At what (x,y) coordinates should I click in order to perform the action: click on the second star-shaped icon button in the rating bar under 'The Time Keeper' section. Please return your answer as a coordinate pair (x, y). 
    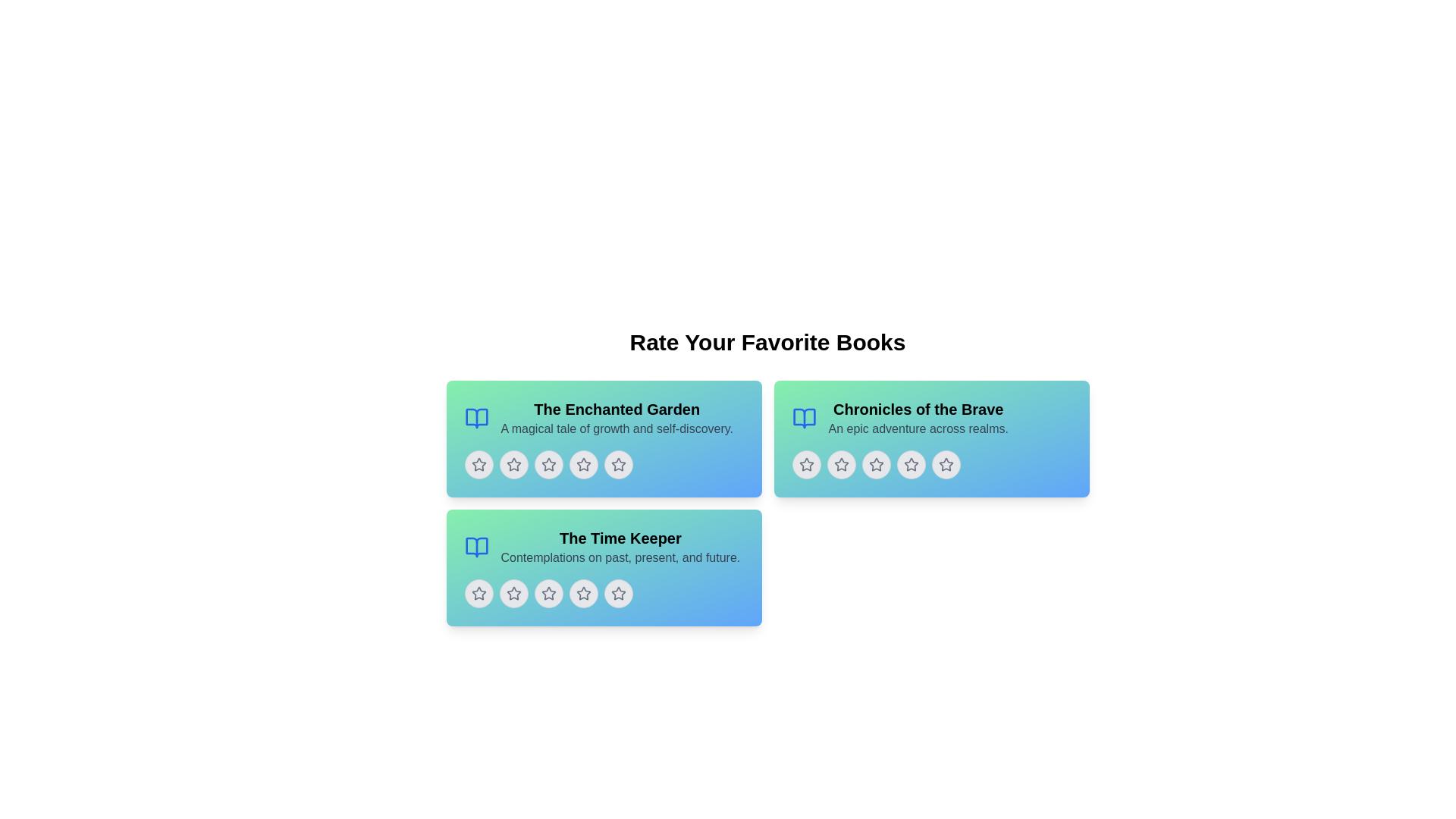
    Looking at the image, I should click on (548, 593).